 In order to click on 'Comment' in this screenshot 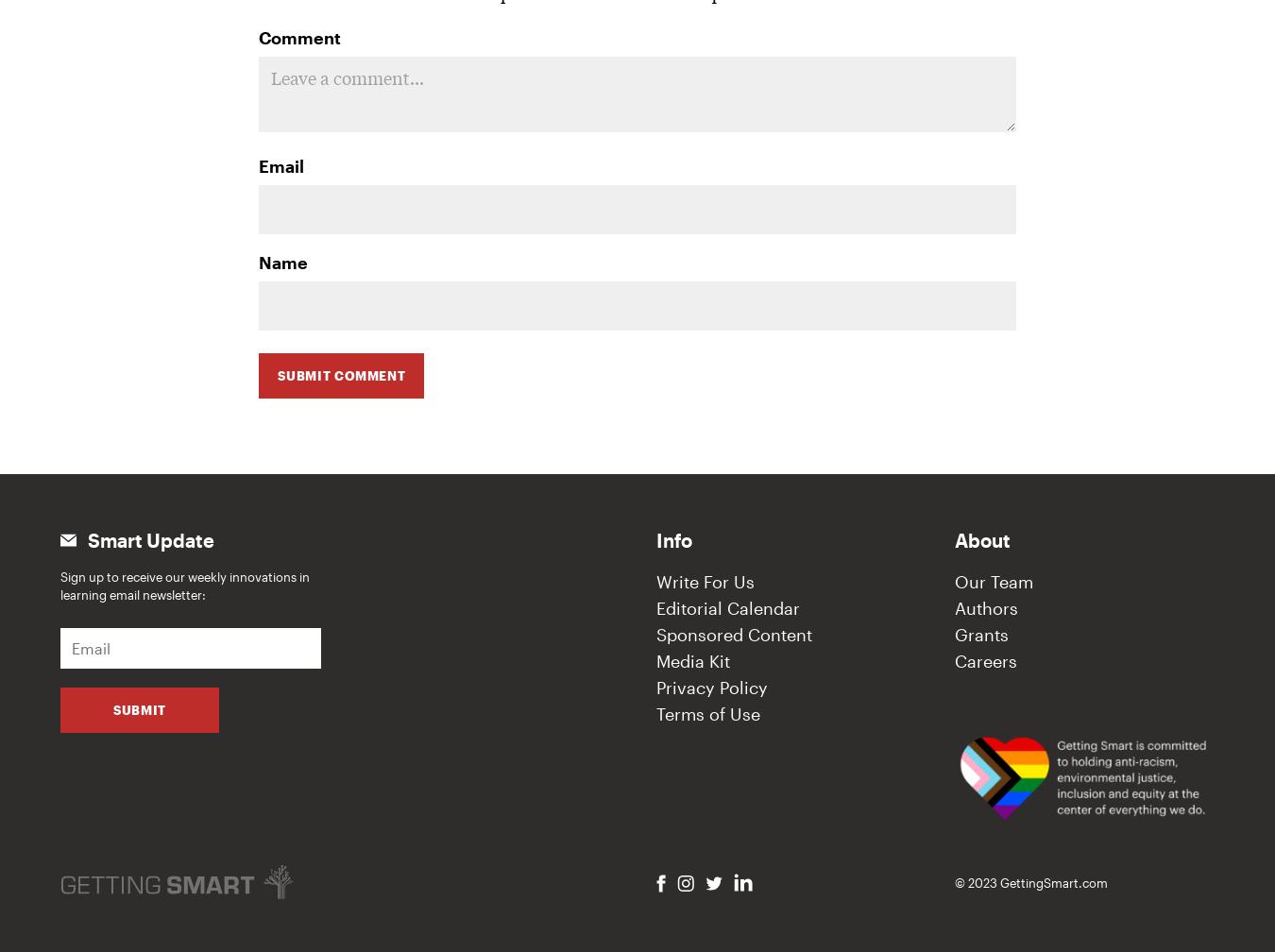, I will do `click(298, 38)`.